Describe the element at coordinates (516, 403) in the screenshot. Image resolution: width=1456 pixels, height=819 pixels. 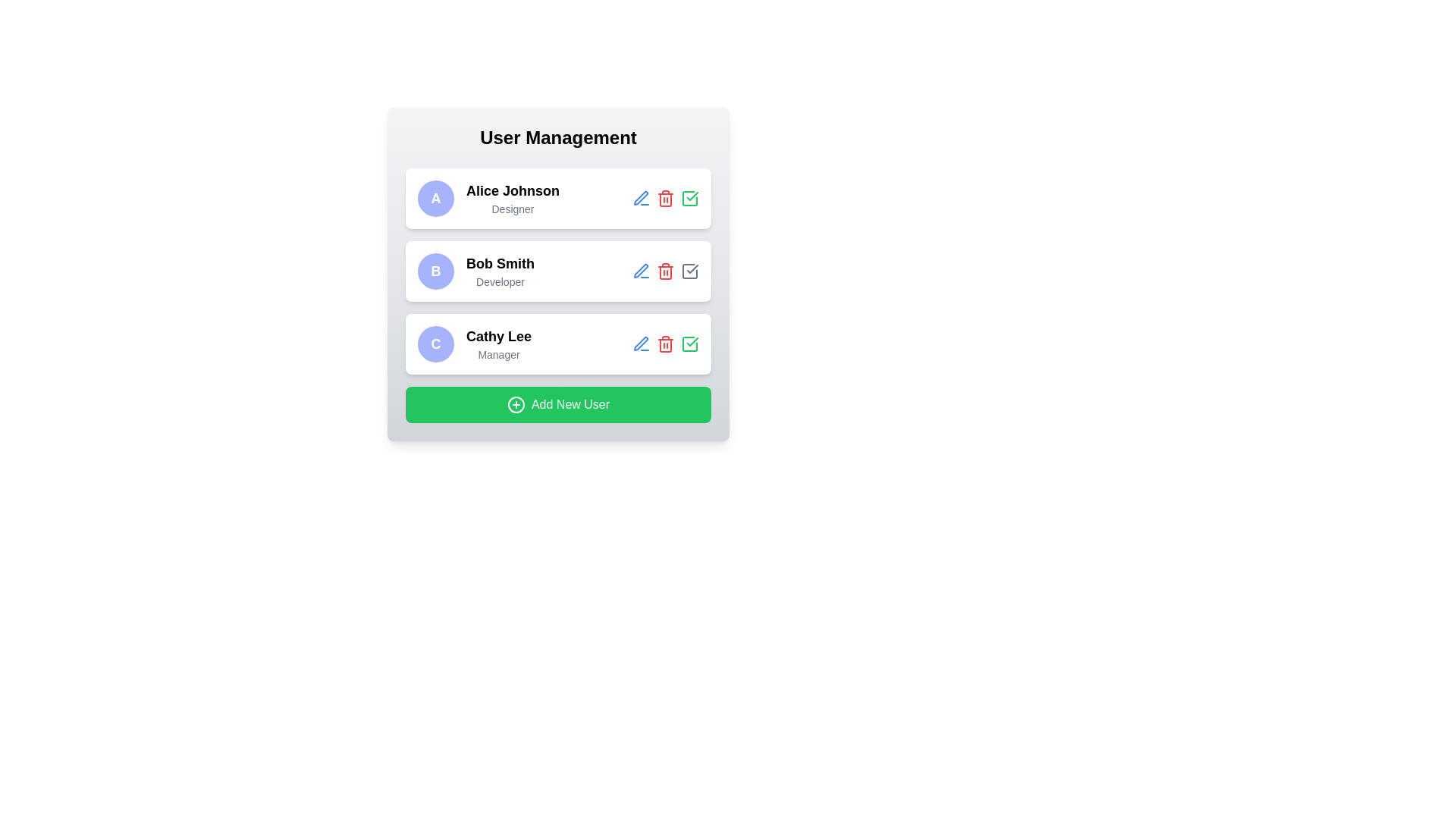
I see `the circular SVG element with a radius of '10' located at the center of the 'Add New User' button in the User Management interface` at that location.